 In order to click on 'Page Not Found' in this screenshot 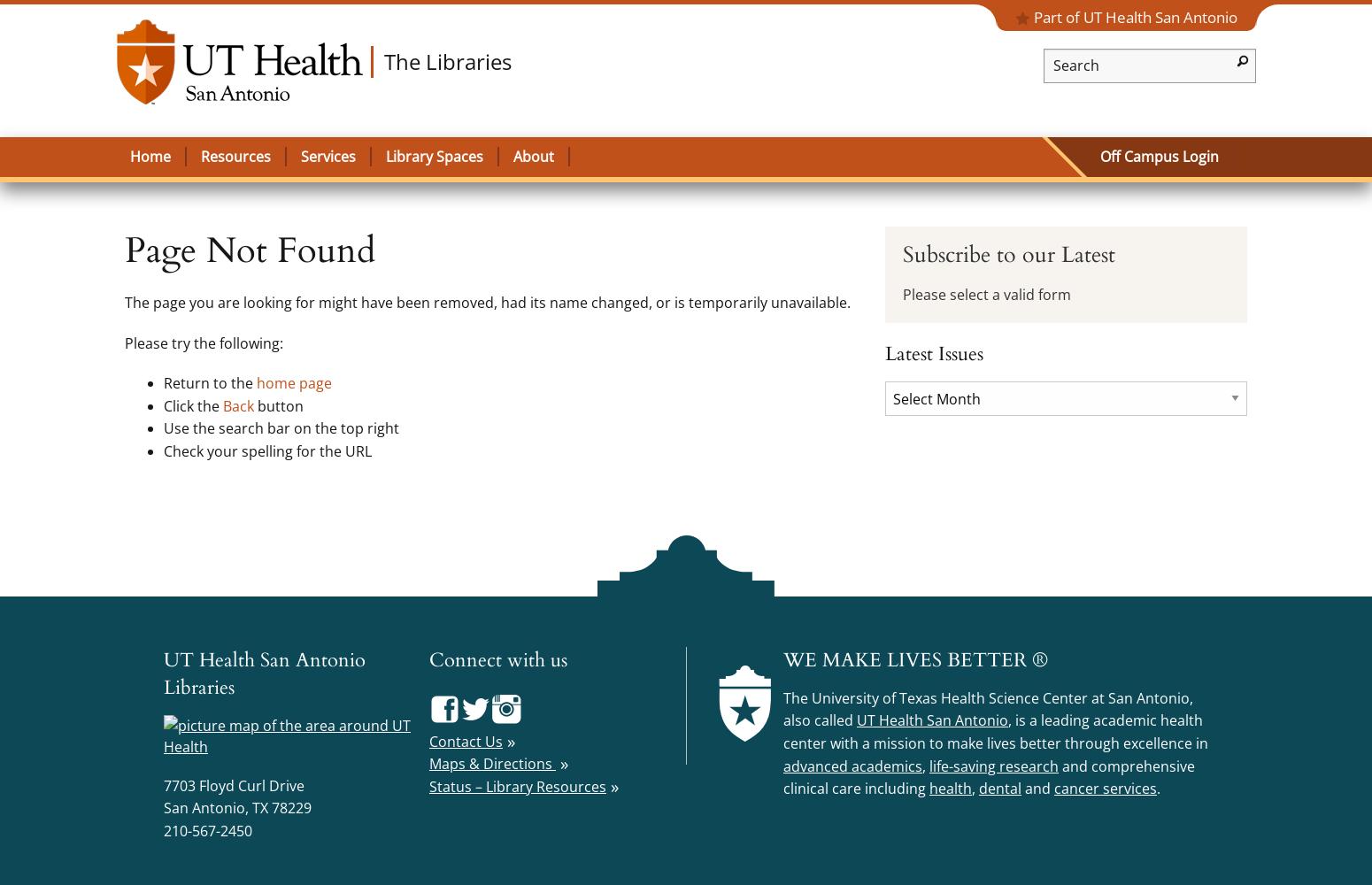, I will do `click(250, 250)`.